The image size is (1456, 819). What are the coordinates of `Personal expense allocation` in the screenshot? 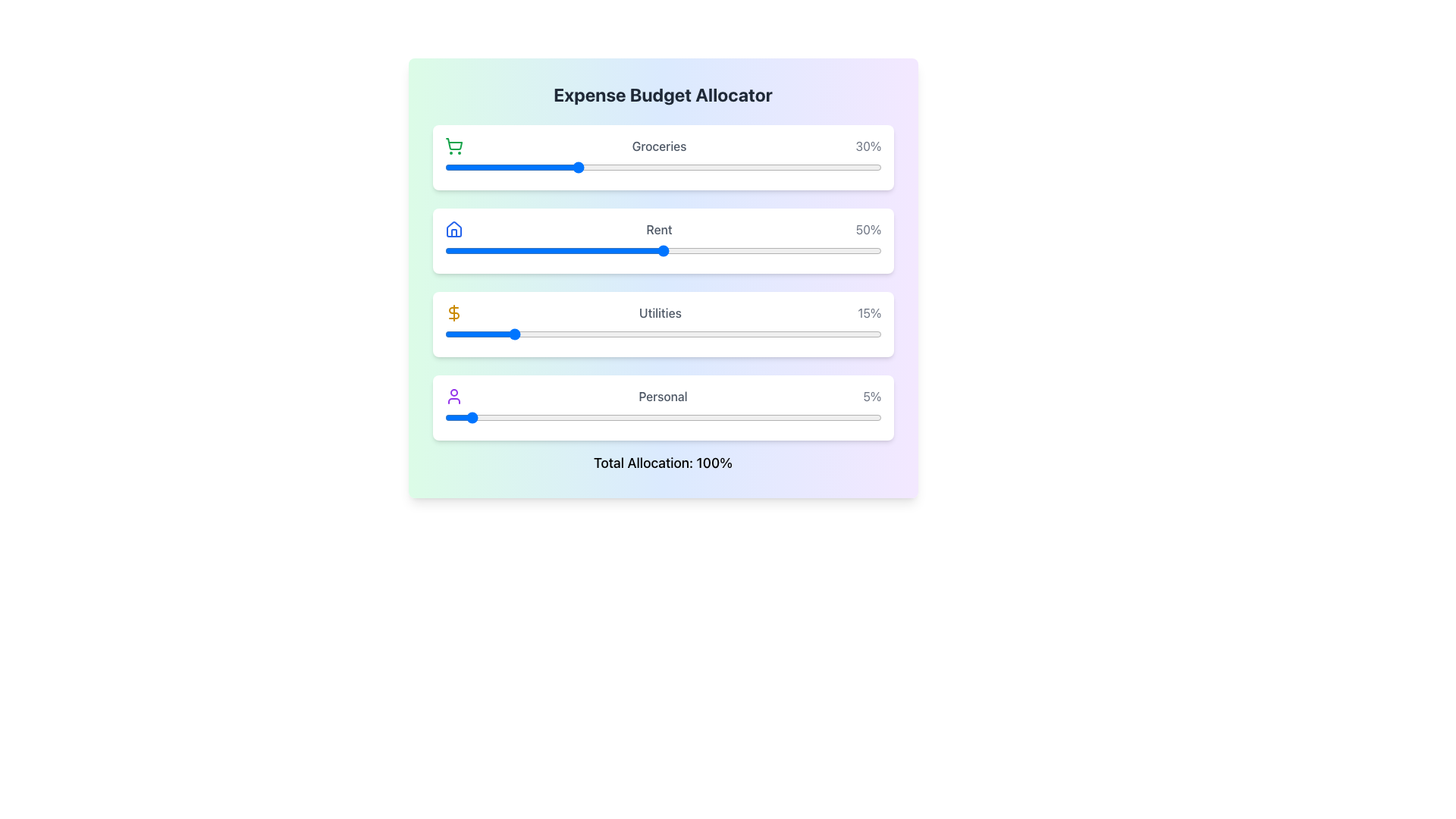 It's located at (802, 418).